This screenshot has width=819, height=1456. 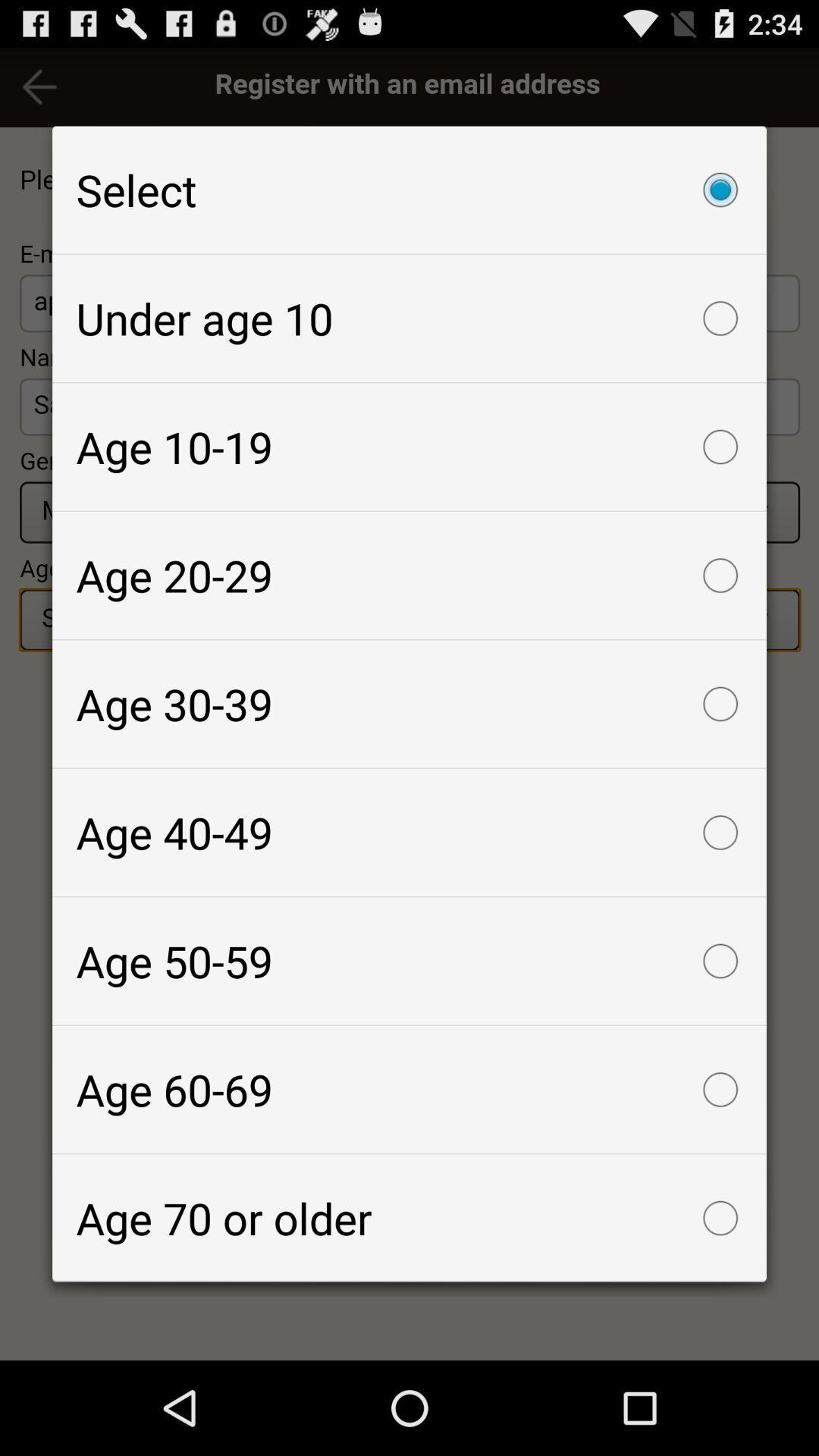 I want to click on age 40-49 item, so click(x=409, y=832).